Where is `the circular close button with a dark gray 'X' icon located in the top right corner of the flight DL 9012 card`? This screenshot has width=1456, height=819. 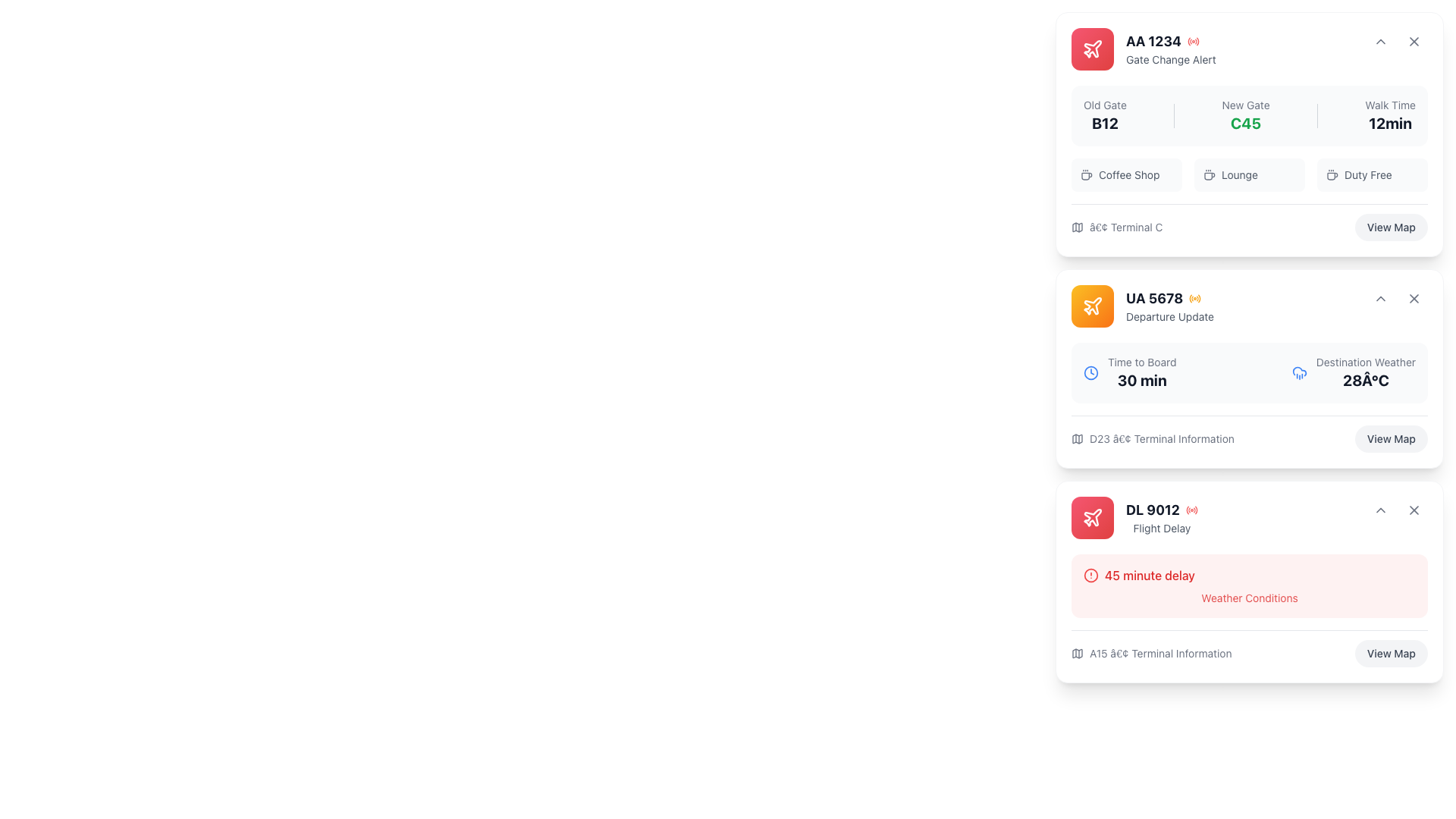 the circular close button with a dark gray 'X' icon located in the top right corner of the flight DL 9012 card is located at coordinates (1414, 510).